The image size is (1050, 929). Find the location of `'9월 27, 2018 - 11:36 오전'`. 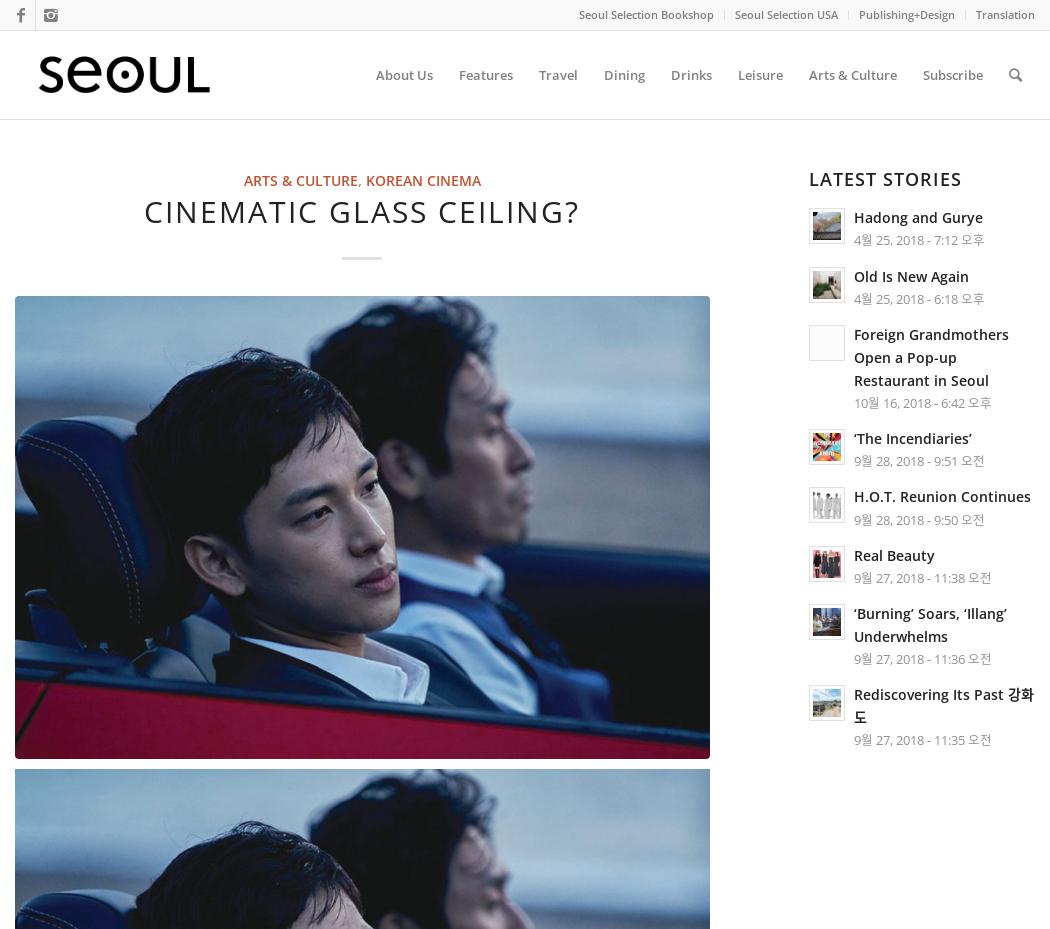

'9월 27, 2018 - 11:36 오전' is located at coordinates (922, 659).